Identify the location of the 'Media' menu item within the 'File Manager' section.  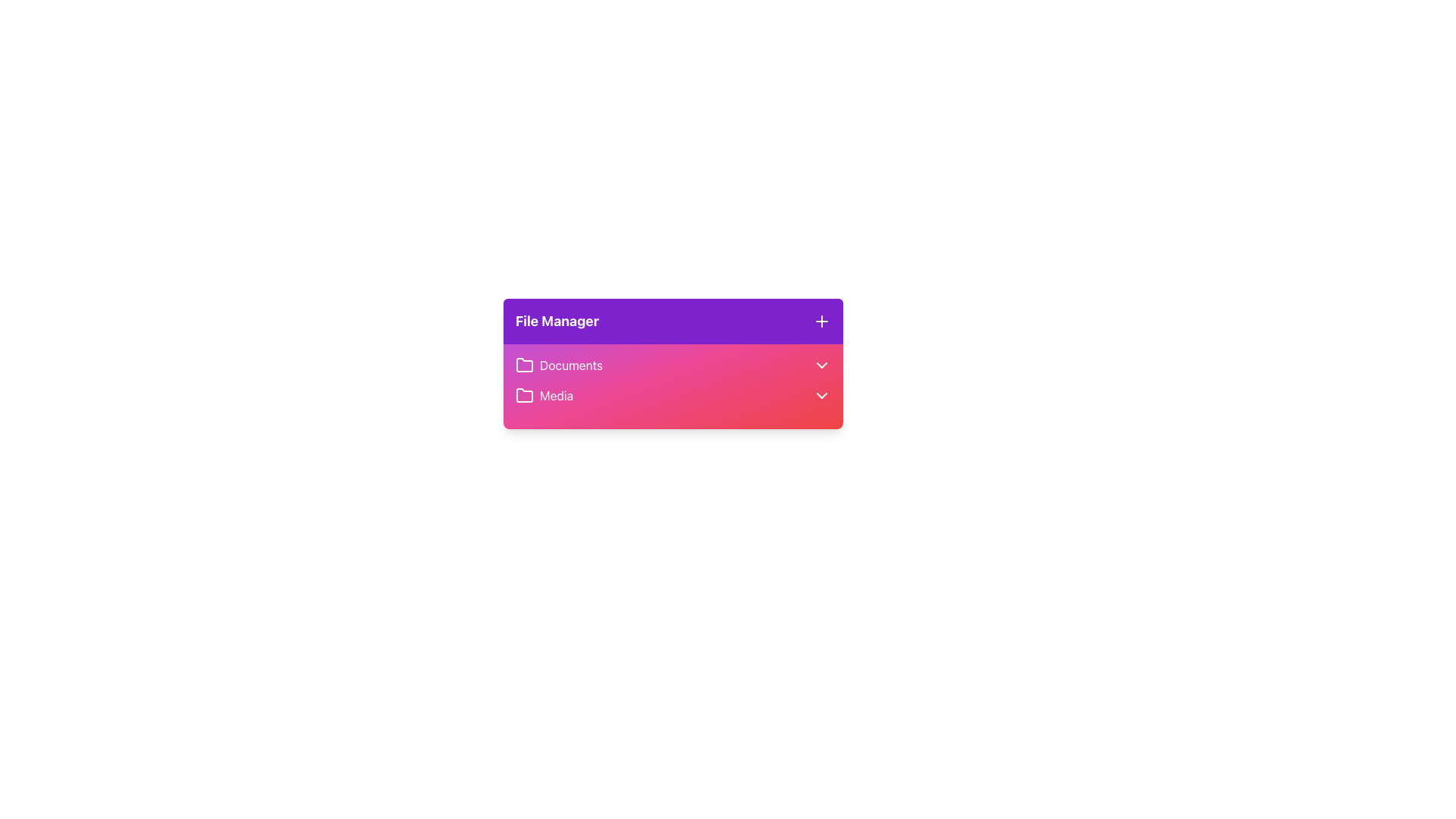
(673, 394).